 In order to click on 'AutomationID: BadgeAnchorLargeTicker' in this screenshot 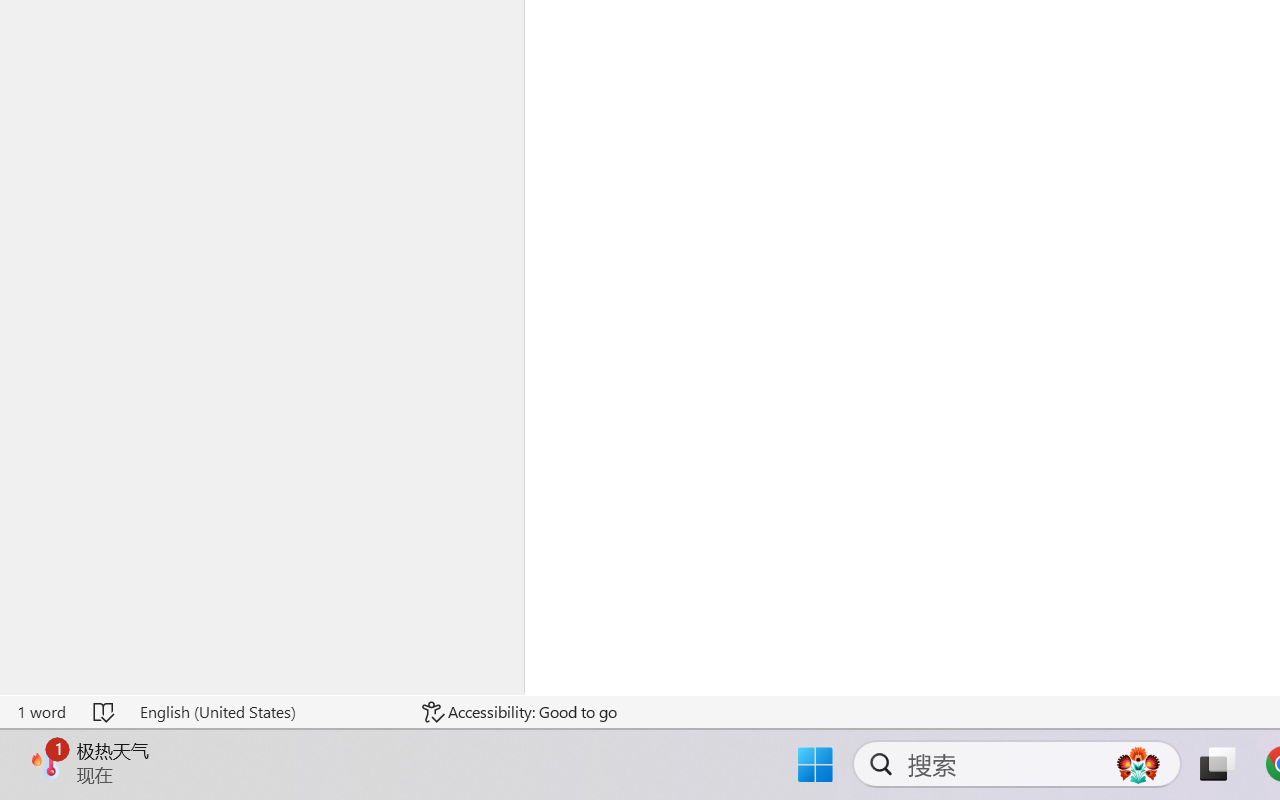, I will do `click(46, 762)`.